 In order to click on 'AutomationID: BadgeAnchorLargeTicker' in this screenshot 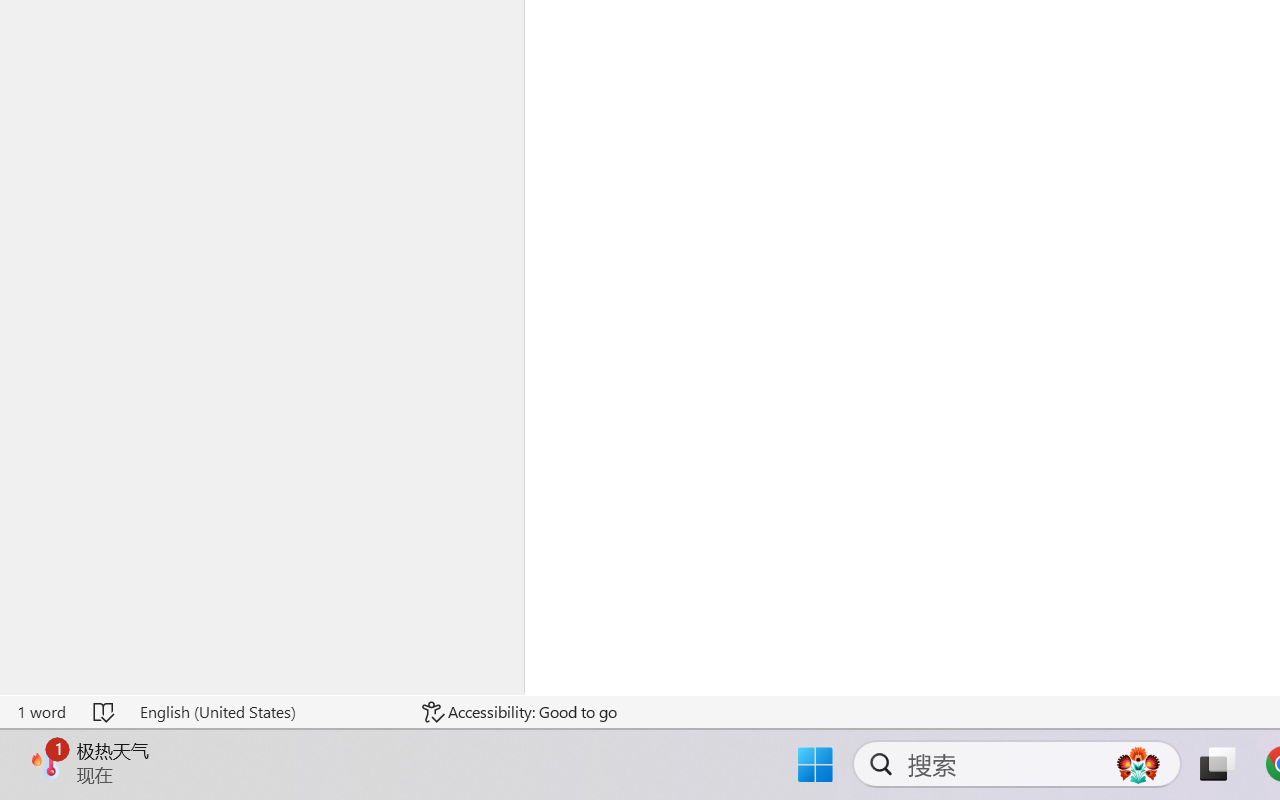, I will do `click(46, 762)`.